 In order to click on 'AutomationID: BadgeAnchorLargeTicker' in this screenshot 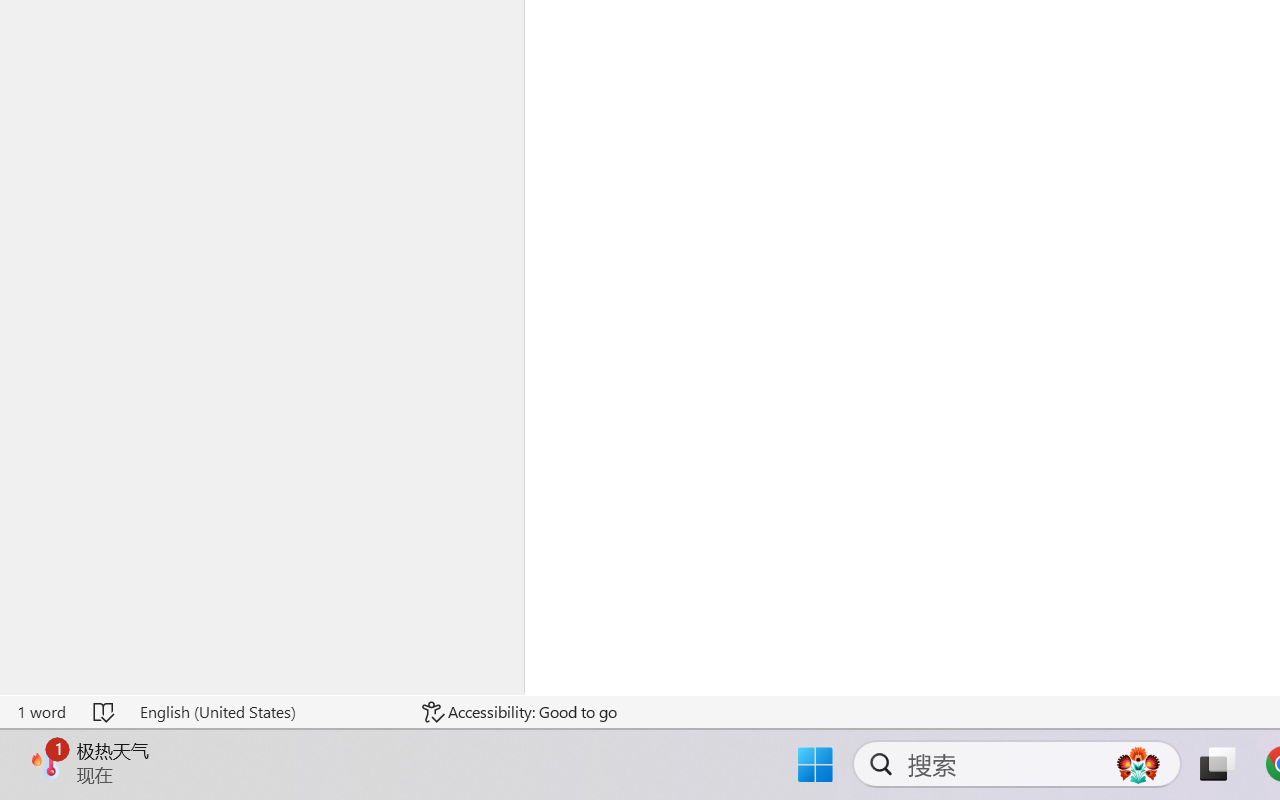, I will do `click(46, 762)`.